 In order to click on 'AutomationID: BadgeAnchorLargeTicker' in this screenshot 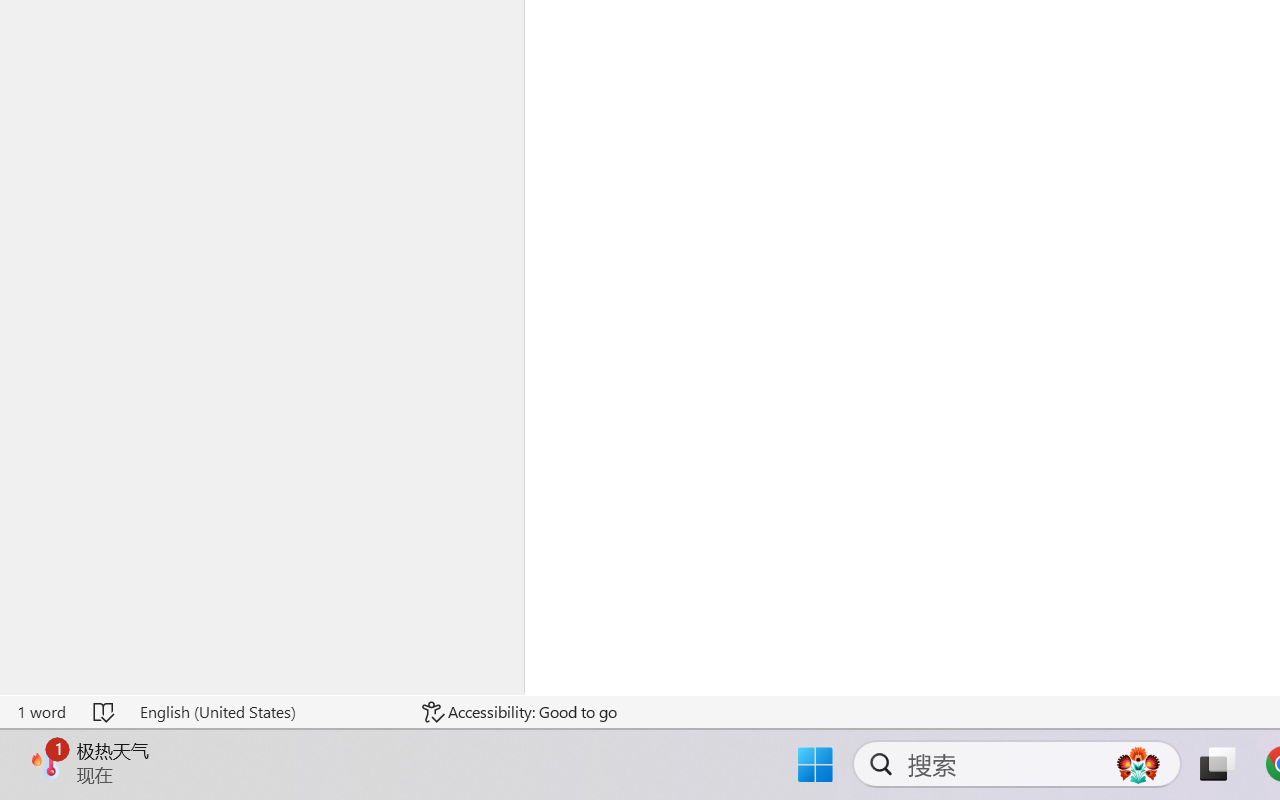, I will do `click(46, 762)`.